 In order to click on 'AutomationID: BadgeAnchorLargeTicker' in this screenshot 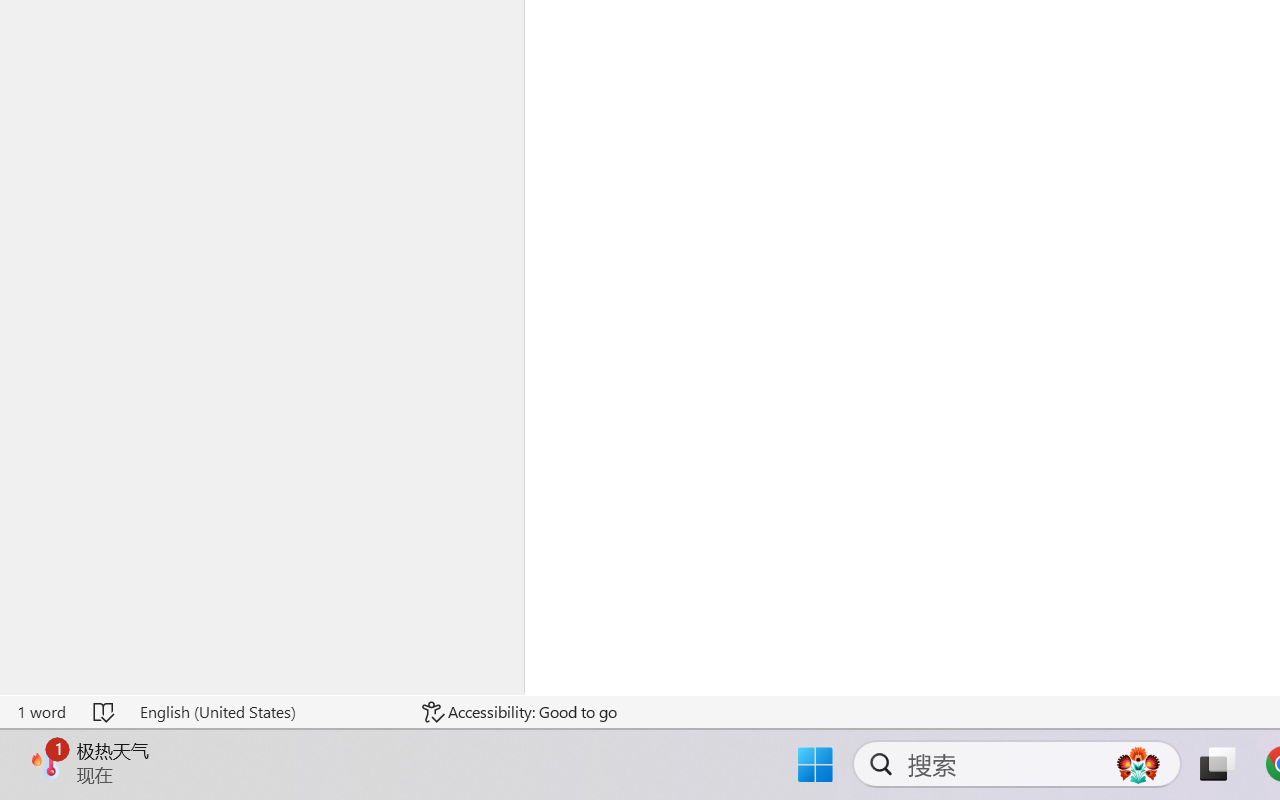, I will do `click(46, 762)`.